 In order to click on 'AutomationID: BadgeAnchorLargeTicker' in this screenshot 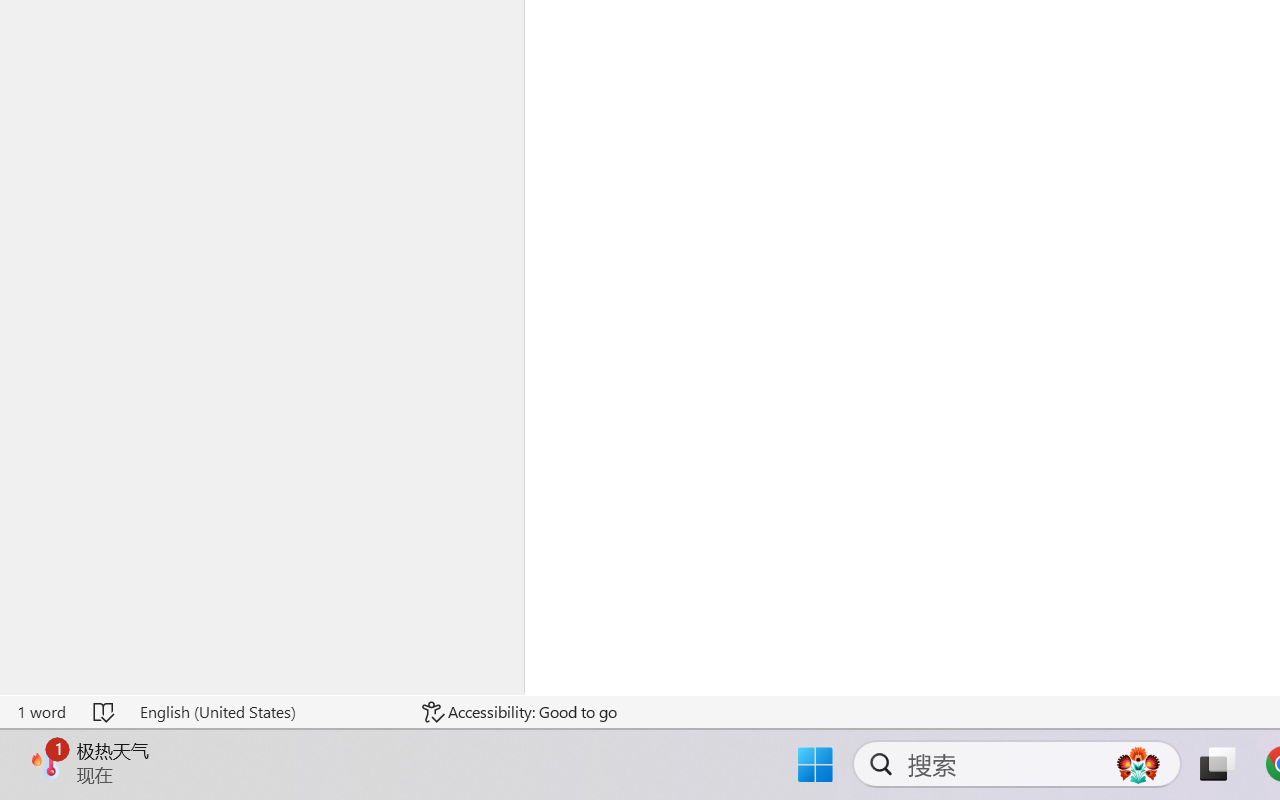, I will do `click(46, 762)`.